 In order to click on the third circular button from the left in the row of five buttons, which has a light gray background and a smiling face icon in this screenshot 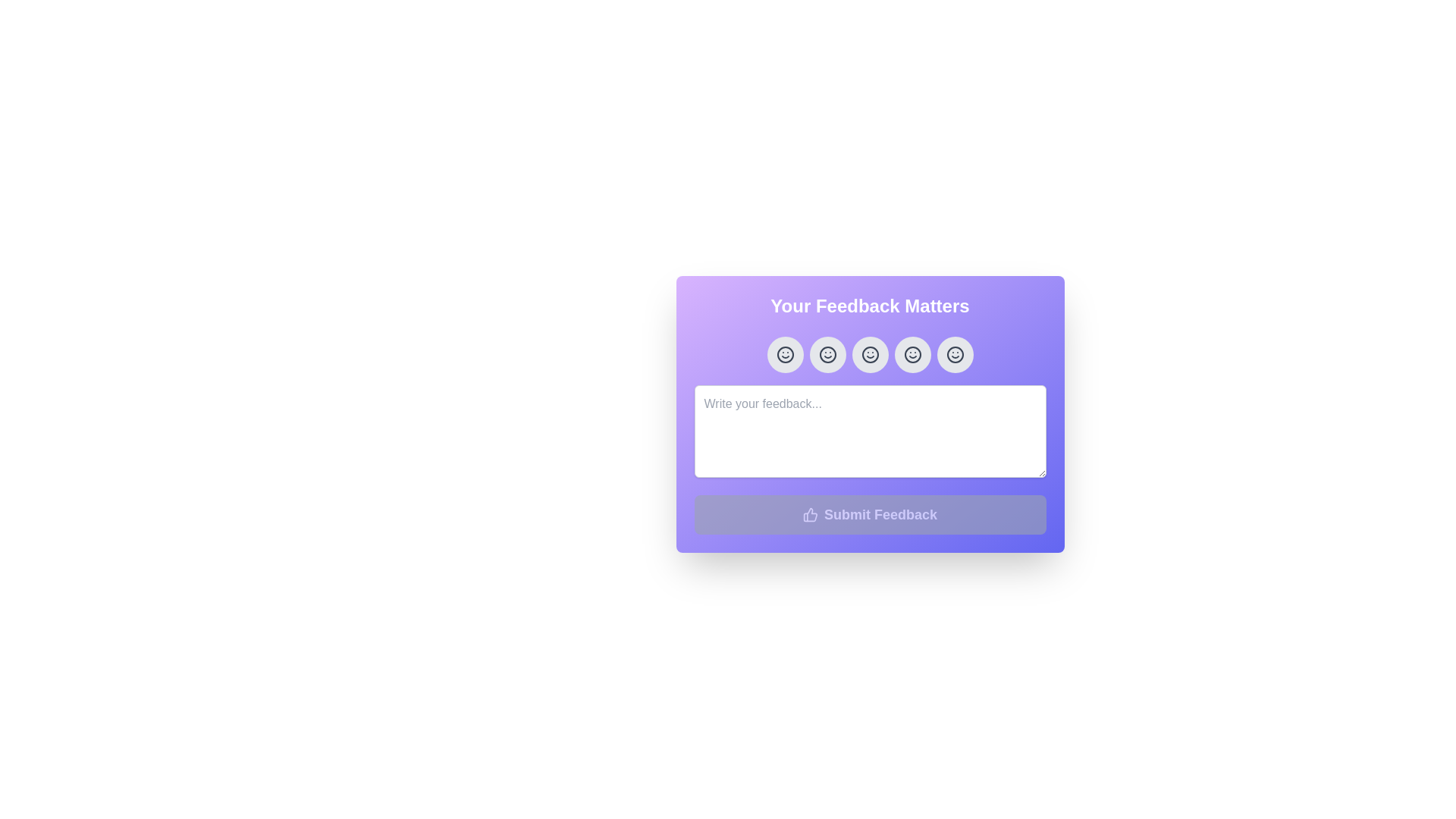, I will do `click(870, 354)`.